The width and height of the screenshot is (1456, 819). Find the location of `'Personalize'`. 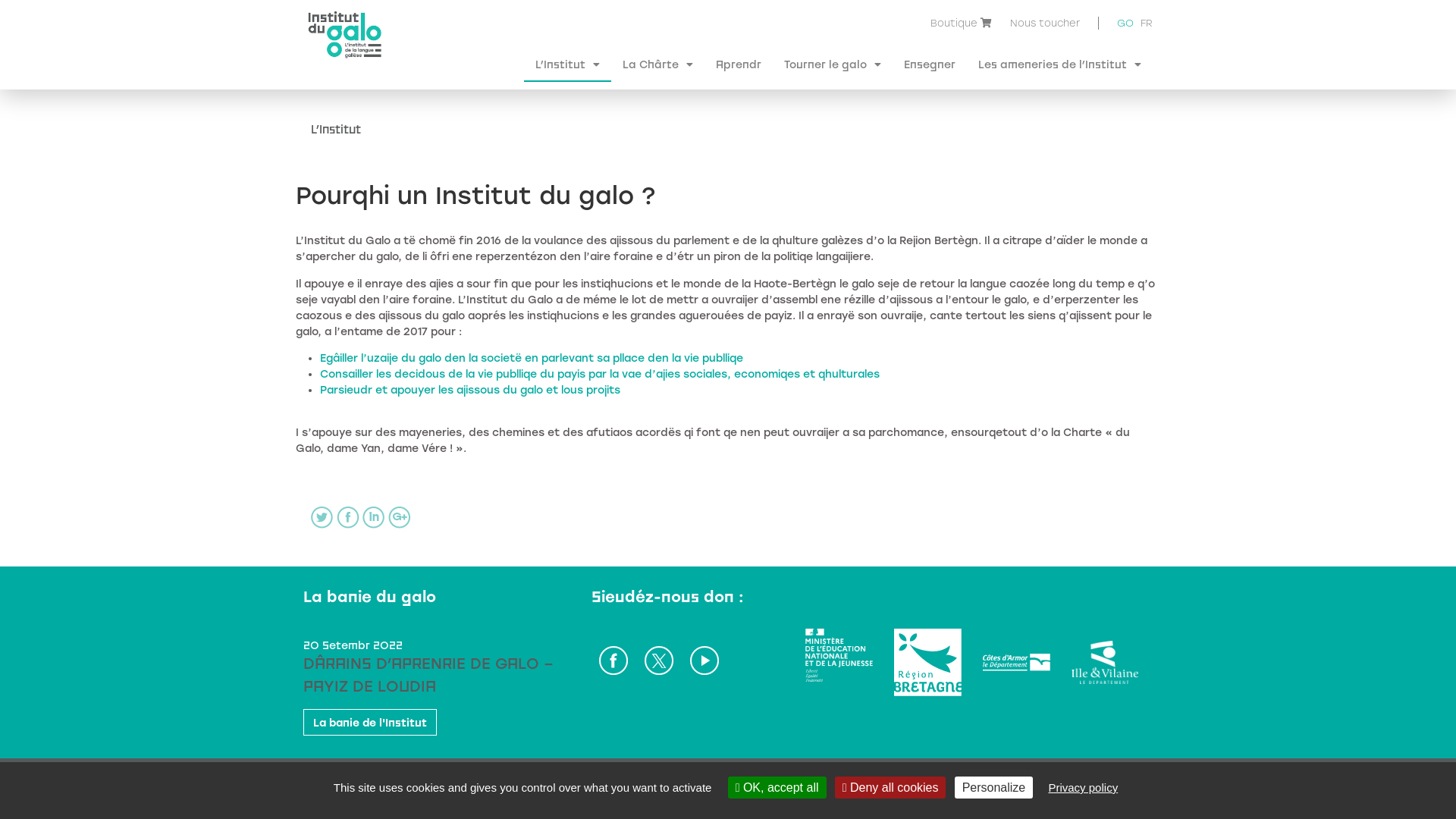

'Personalize' is located at coordinates (993, 786).